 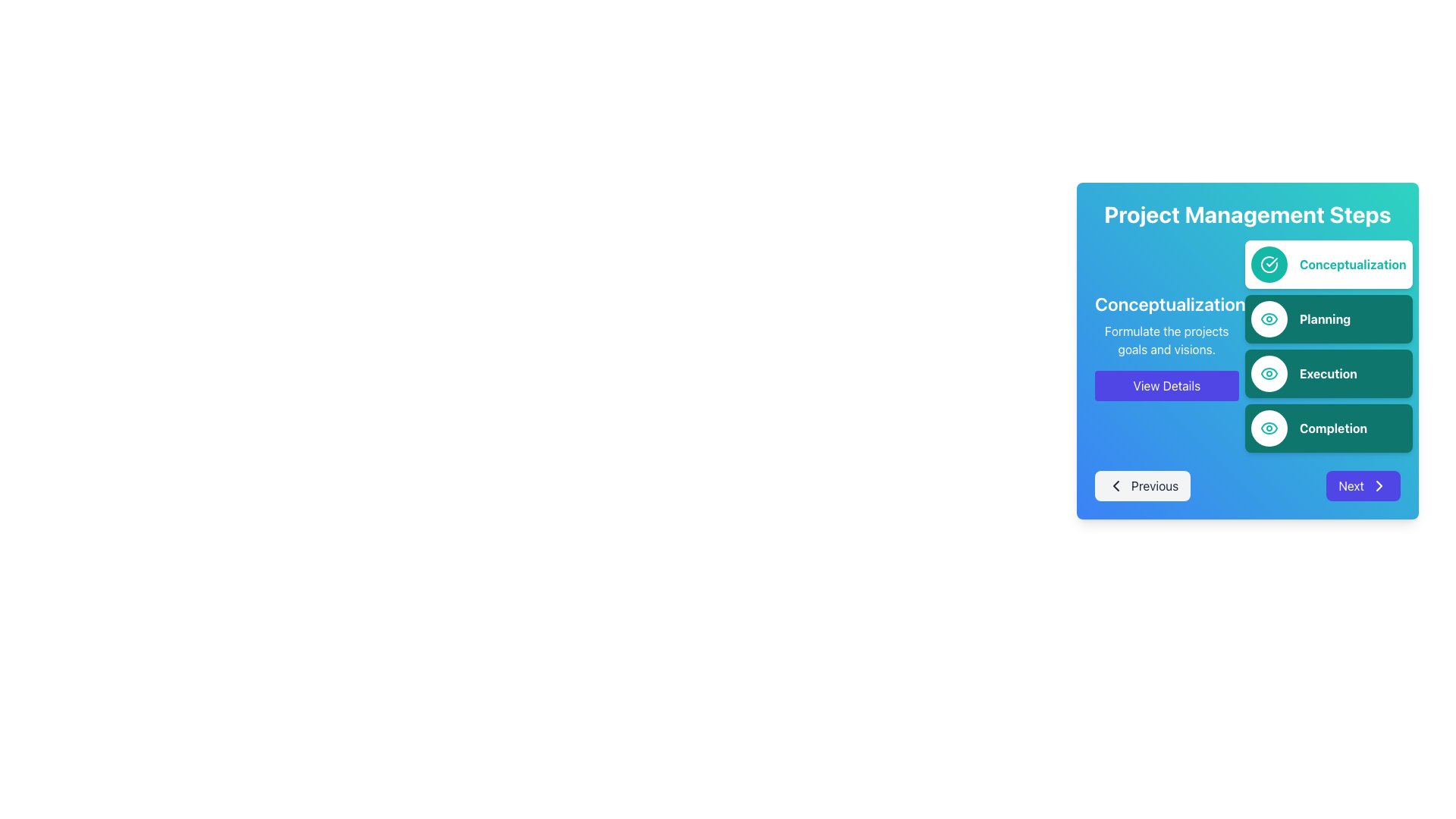 I want to click on the teal eye icon located in the third button of the vertical list on the right side of the blue card interface labeled 'Execution', so click(x=1269, y=374).